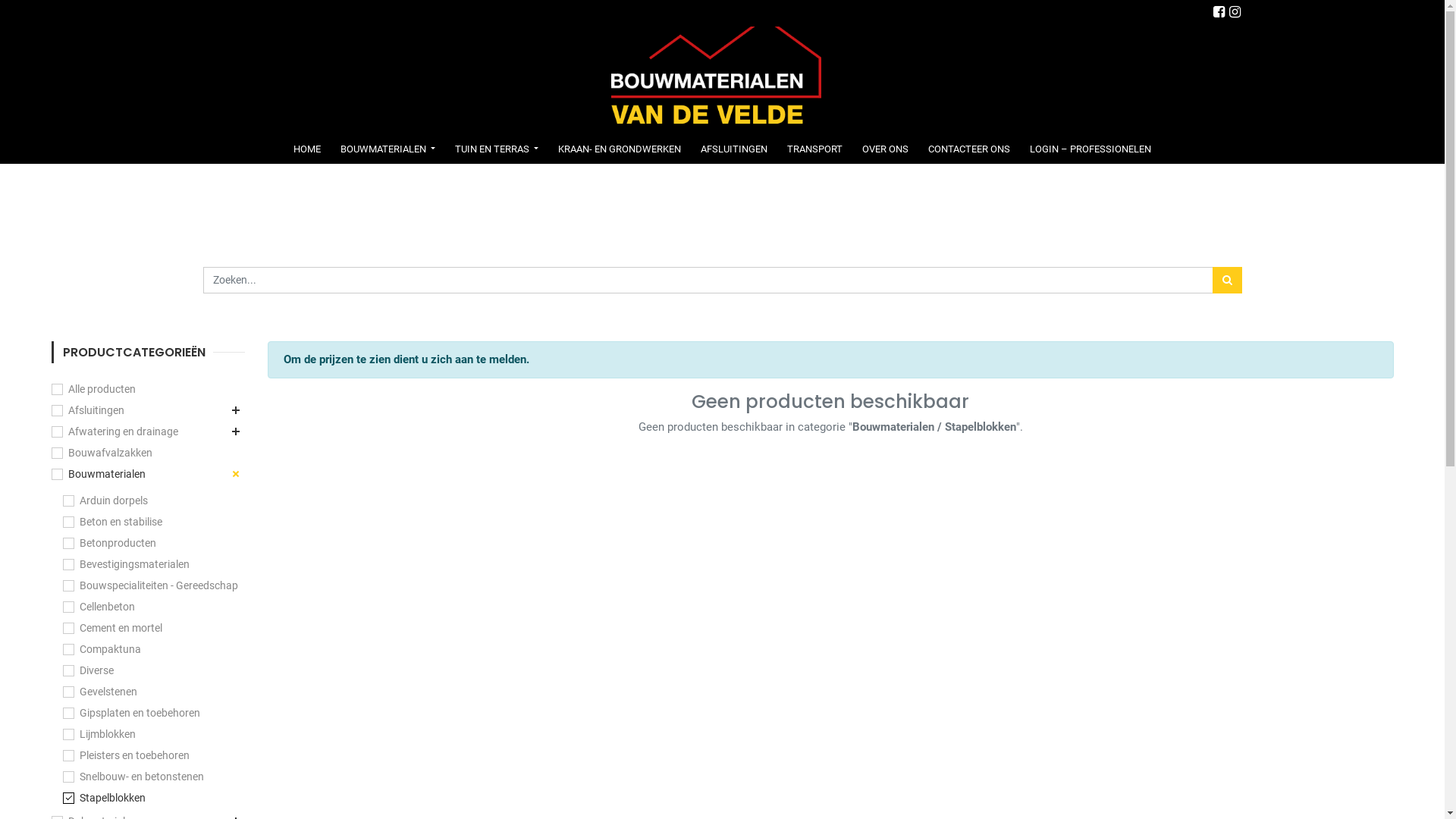 This screenshot has width=1456, height=819. I want to click on 'Cellenbeton', so click(61, 605).